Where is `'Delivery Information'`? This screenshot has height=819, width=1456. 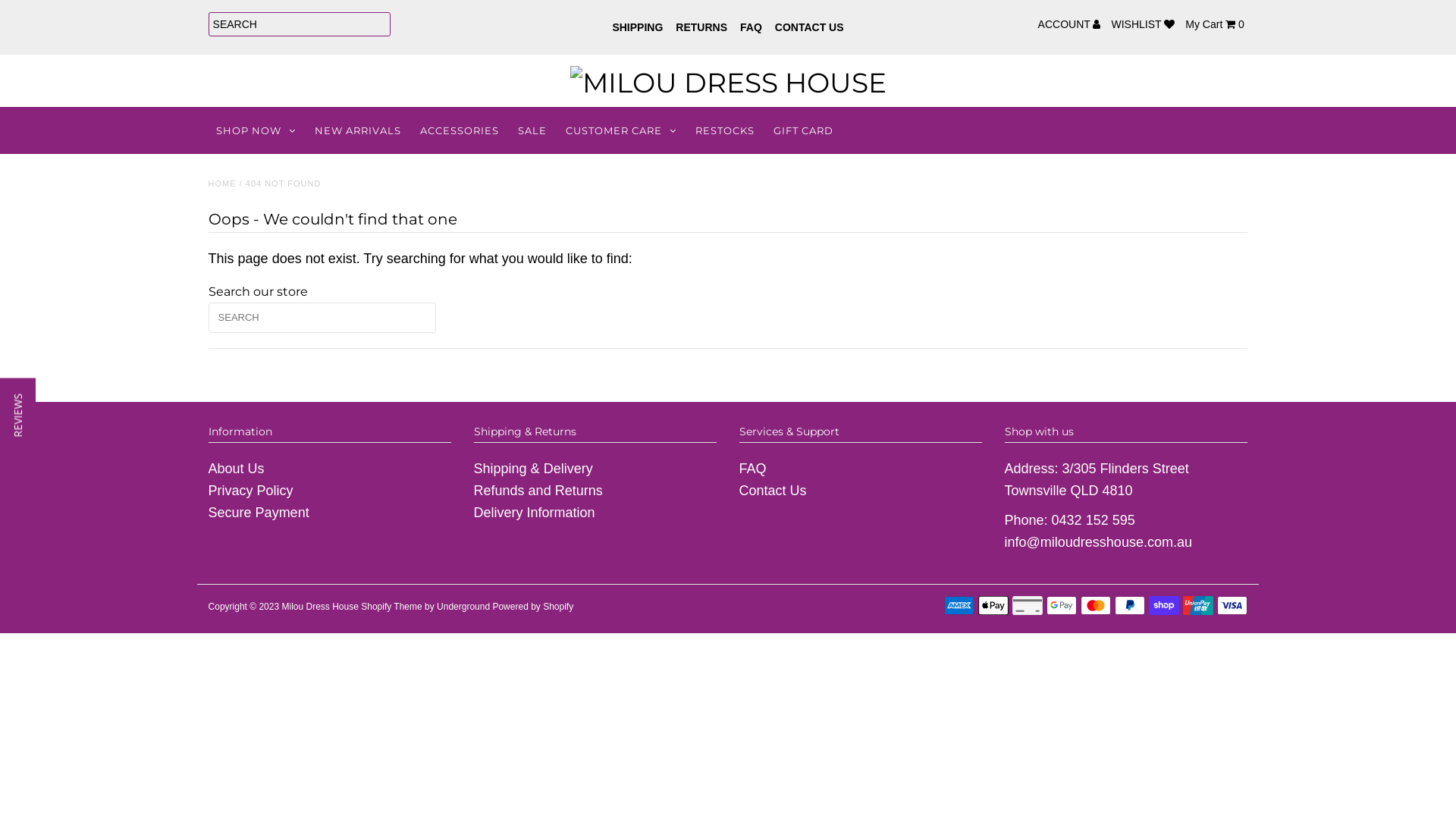
'Delivery Information' is located at coordinates (535, 512).